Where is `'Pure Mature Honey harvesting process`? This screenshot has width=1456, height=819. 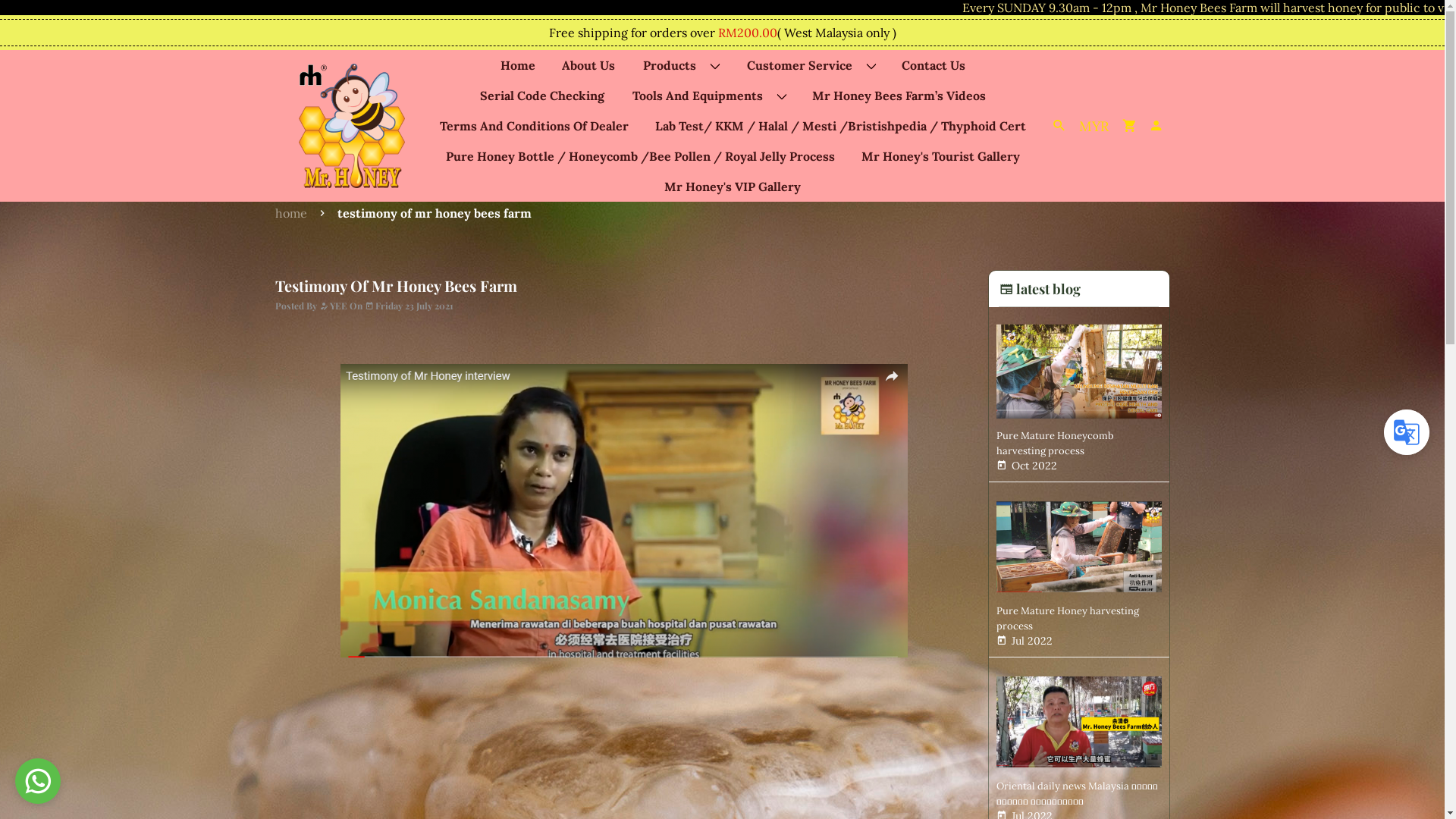
'Pure Mature Honey harvesting process is located at coordinates (1078, 569).